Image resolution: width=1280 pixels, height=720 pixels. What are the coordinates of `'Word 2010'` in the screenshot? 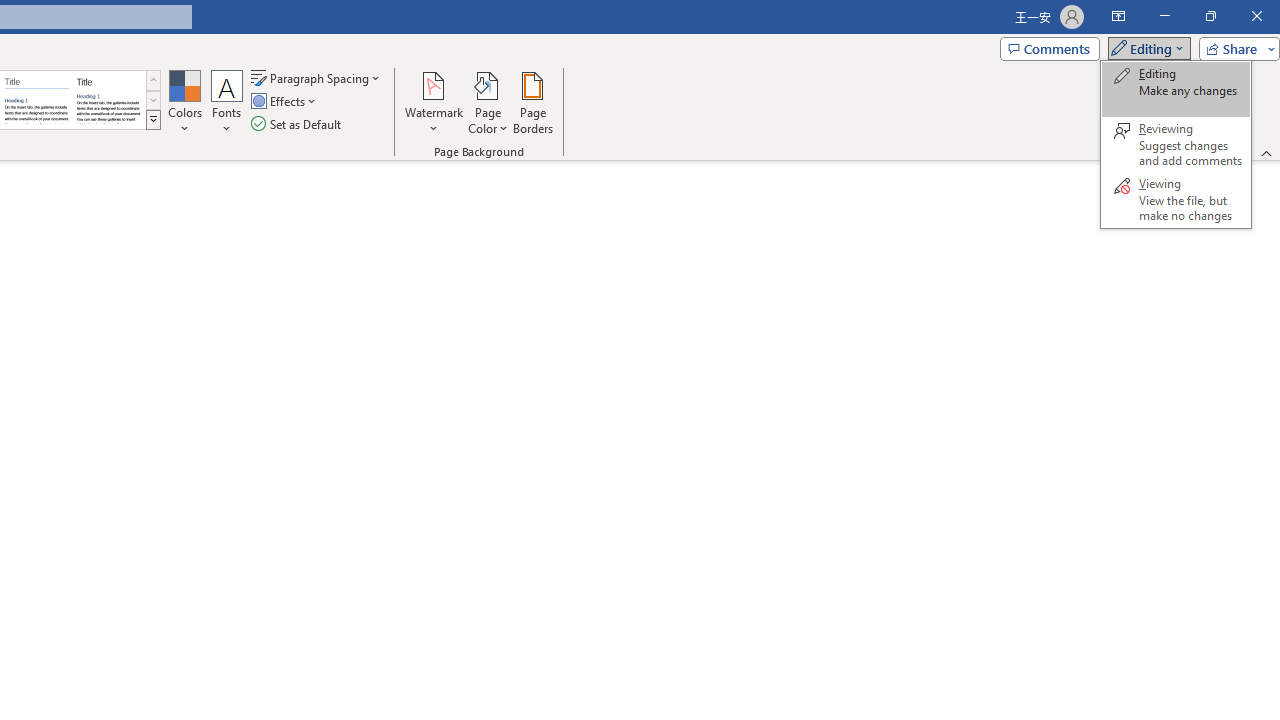 It's located at (37, 100).